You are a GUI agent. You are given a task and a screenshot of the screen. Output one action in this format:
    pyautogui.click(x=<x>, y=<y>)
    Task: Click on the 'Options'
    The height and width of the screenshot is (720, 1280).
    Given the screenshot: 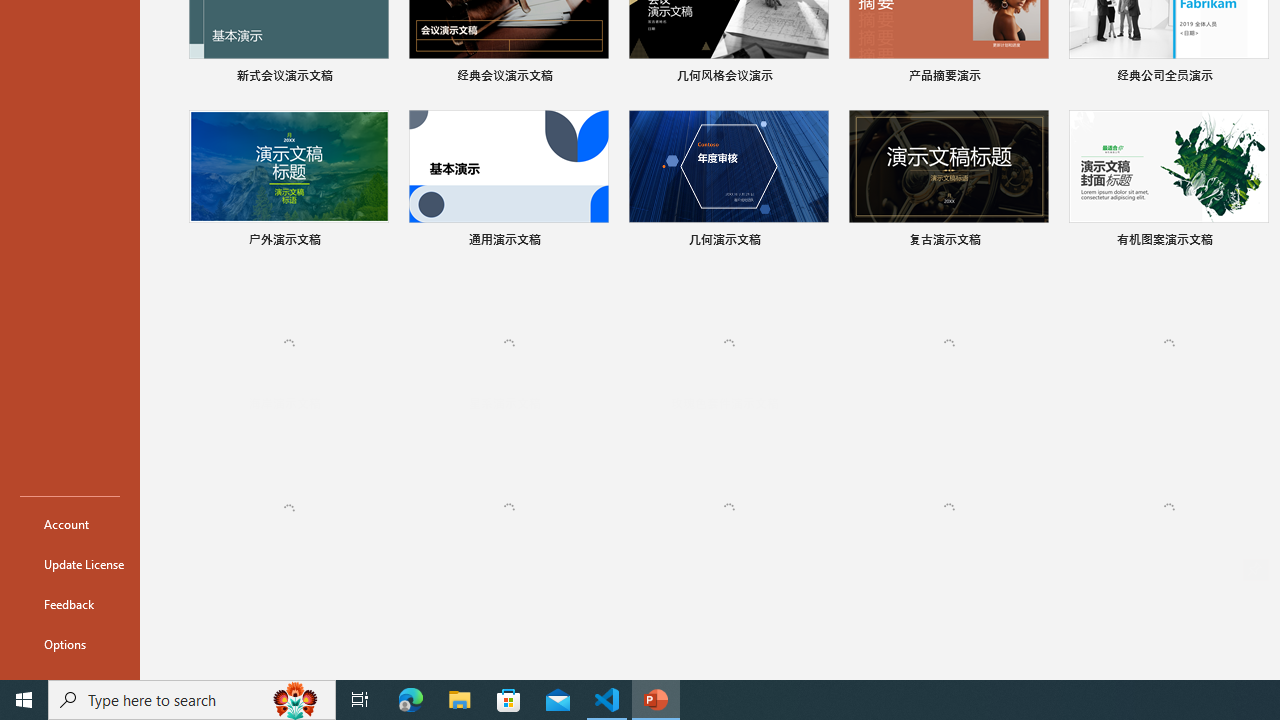 What is the action you would take?
    pyautogui.click(x=69, y=644)
    